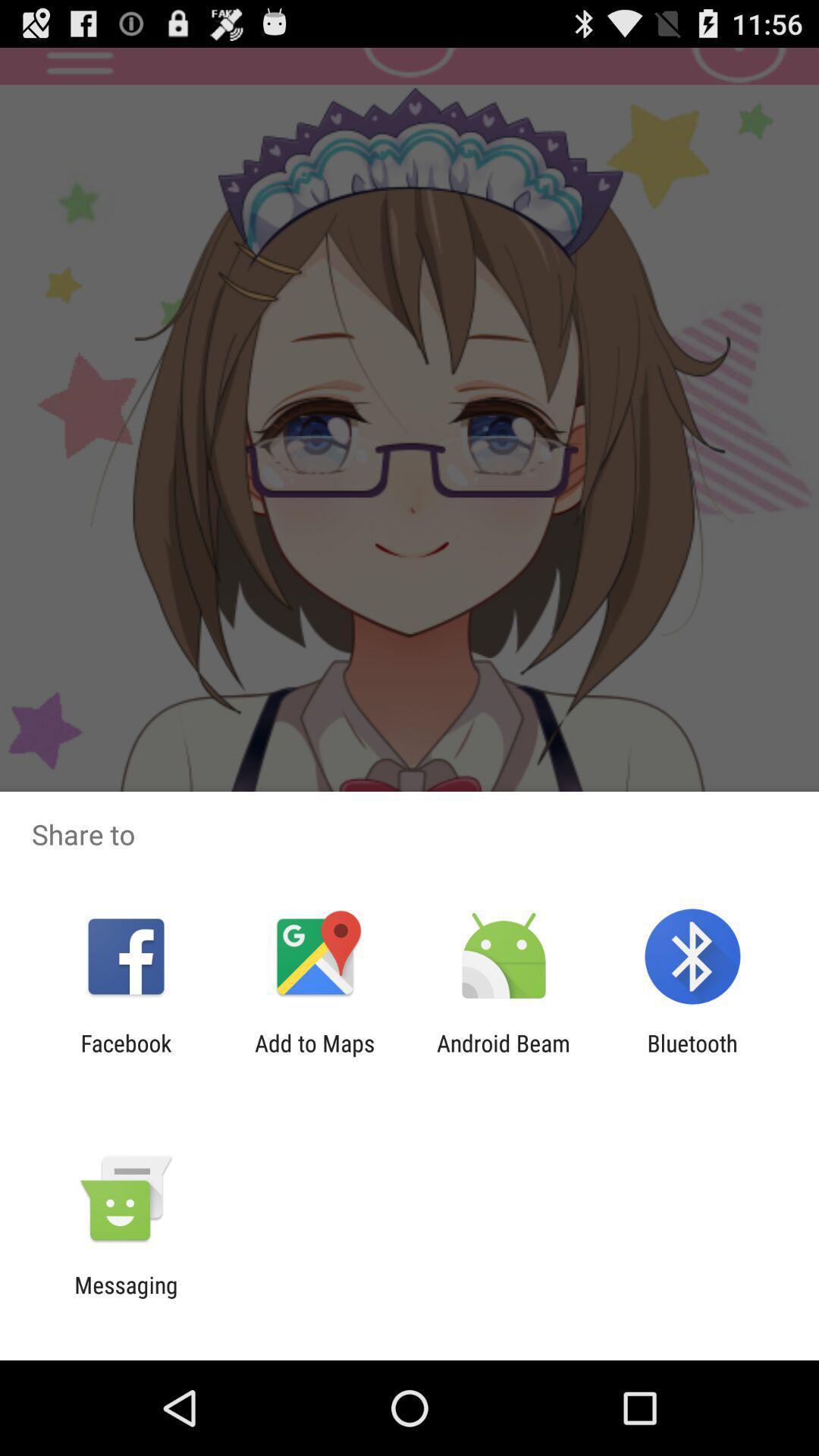  Describe the element at coordinates (504, 1056) in the screenshot. I see `the android beam icon` at that location.